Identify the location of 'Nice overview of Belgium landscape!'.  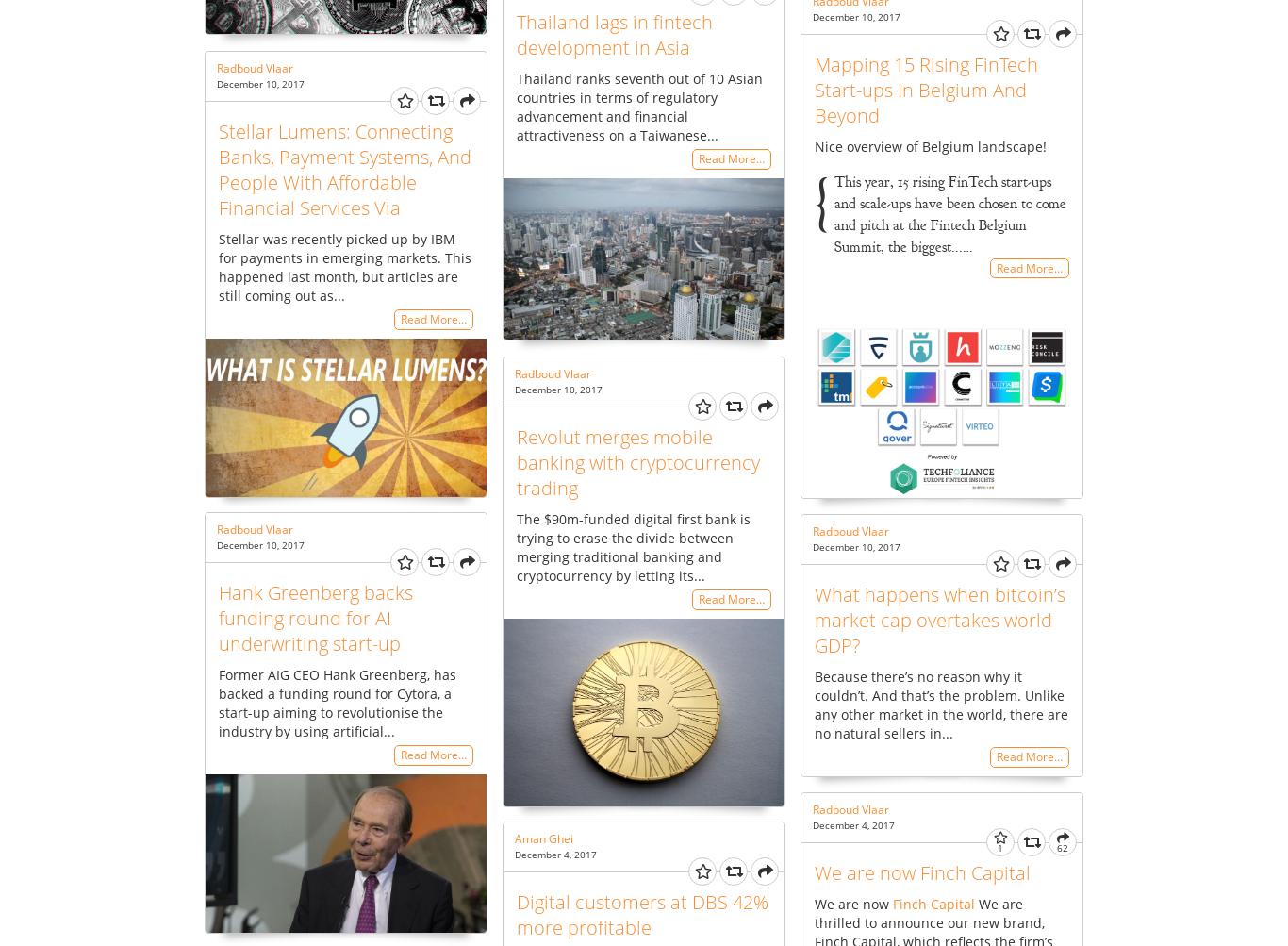
(930, 144).